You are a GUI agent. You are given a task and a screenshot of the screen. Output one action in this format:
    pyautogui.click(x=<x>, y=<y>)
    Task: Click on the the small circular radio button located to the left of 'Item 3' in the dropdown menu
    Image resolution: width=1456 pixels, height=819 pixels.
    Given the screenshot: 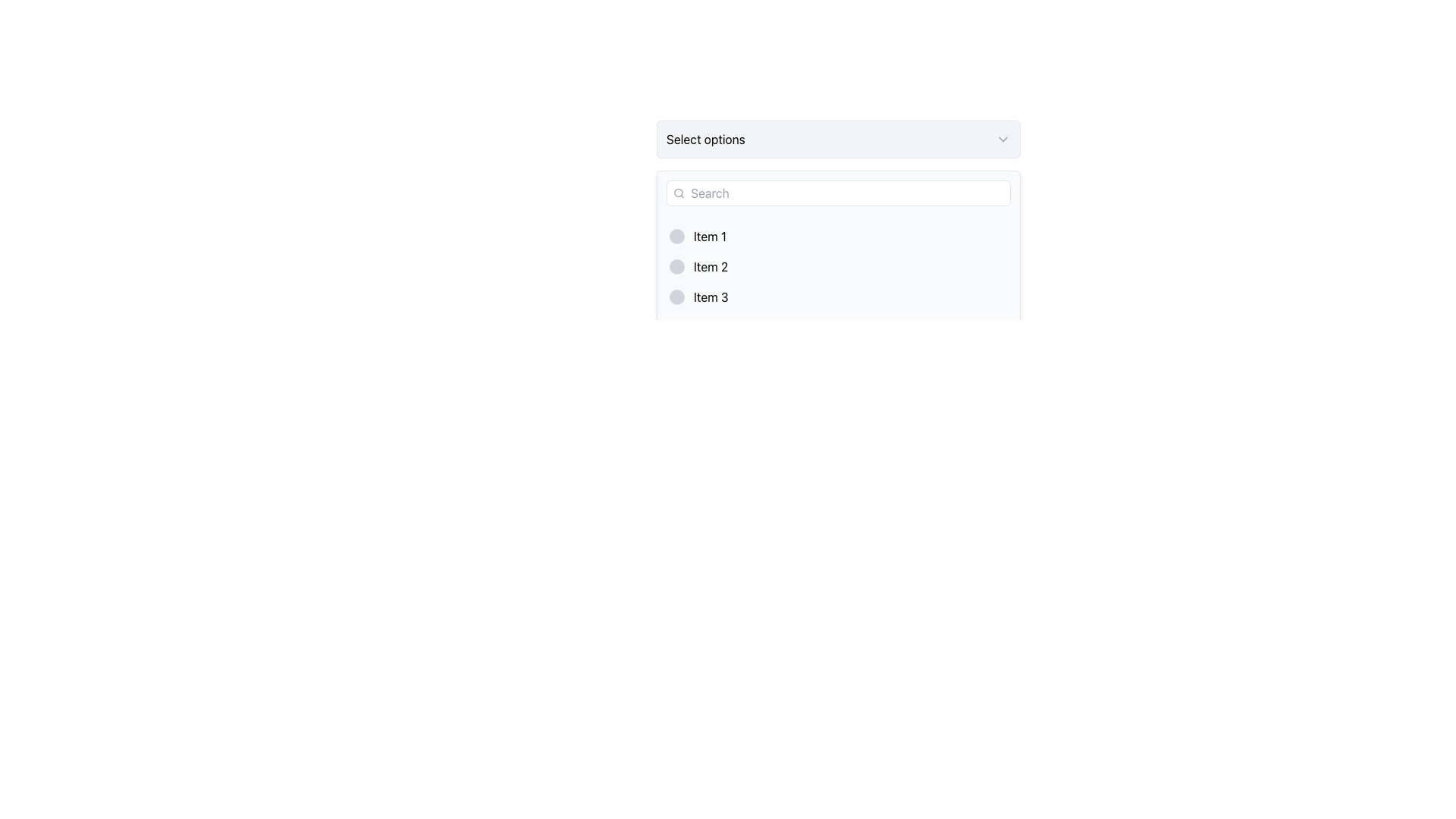 What is the action you would take?
    pyautogui.click(x=676, y=297)
    